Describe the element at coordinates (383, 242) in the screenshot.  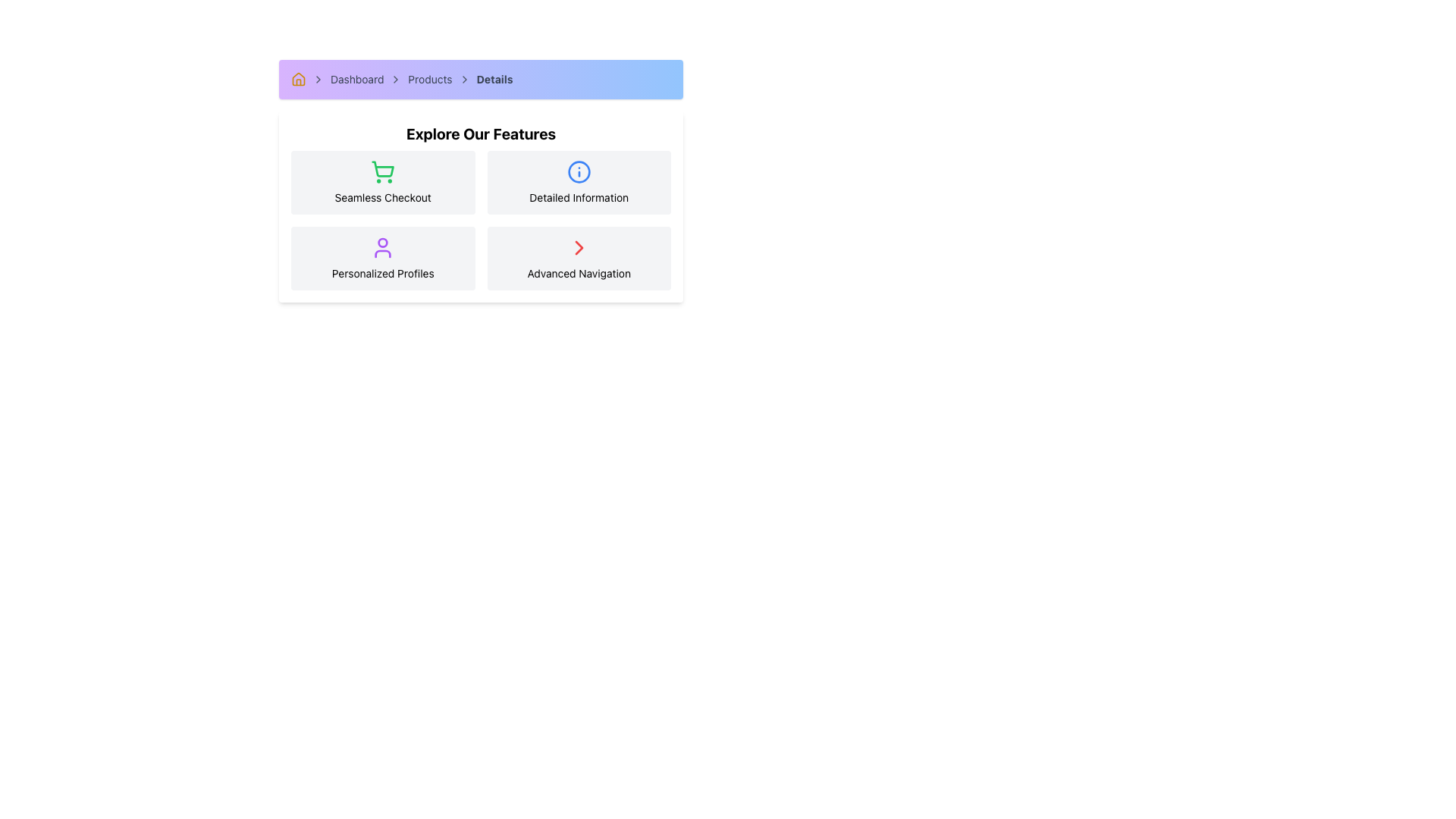
I see `the circular graphical component at the top of the user icon, which features a purple outline and represents a person's head, located in the bottom-left corner of the 'Explore Our Features' section` at that location.